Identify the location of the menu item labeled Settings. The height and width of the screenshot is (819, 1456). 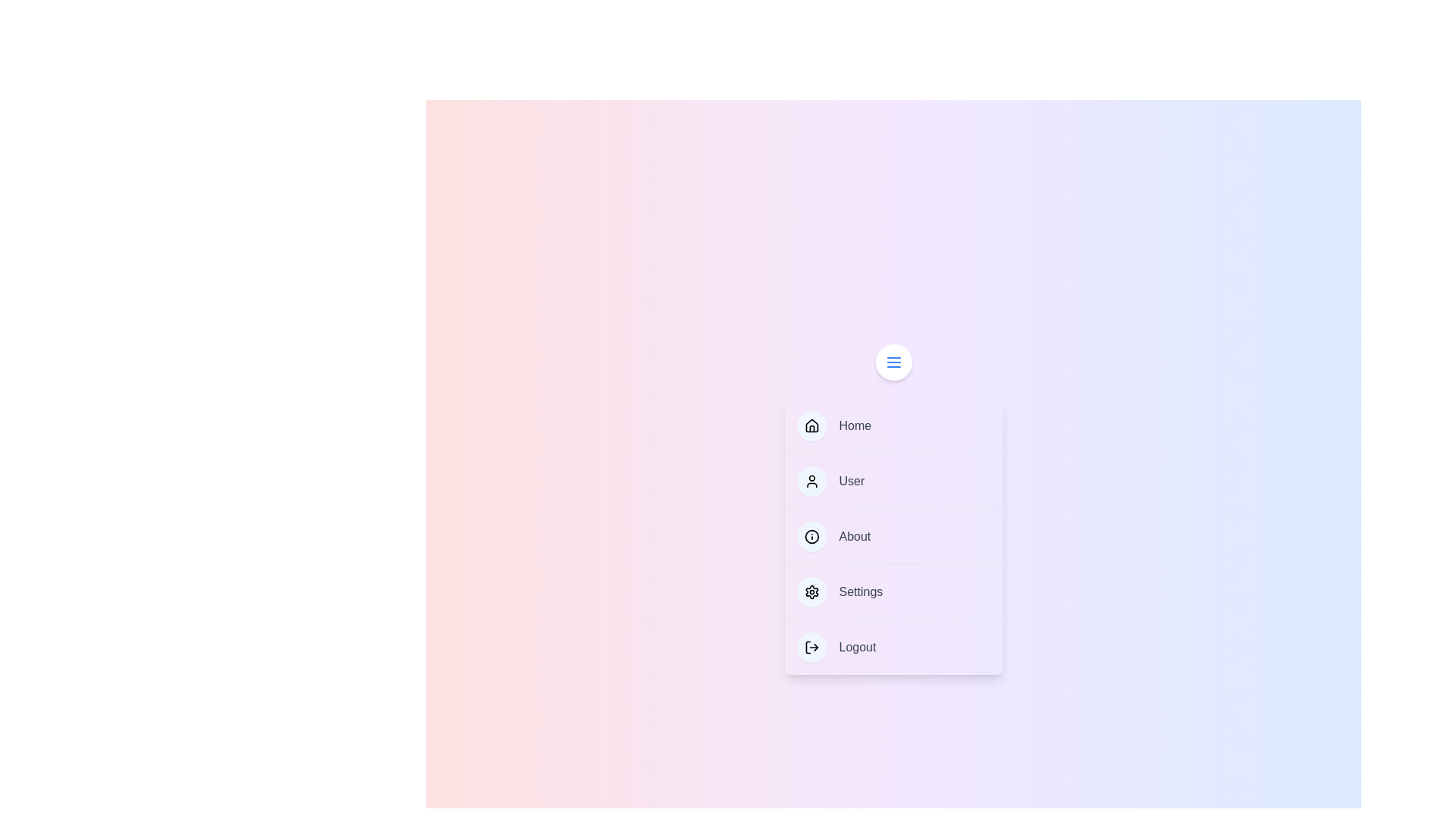
(893, 591).